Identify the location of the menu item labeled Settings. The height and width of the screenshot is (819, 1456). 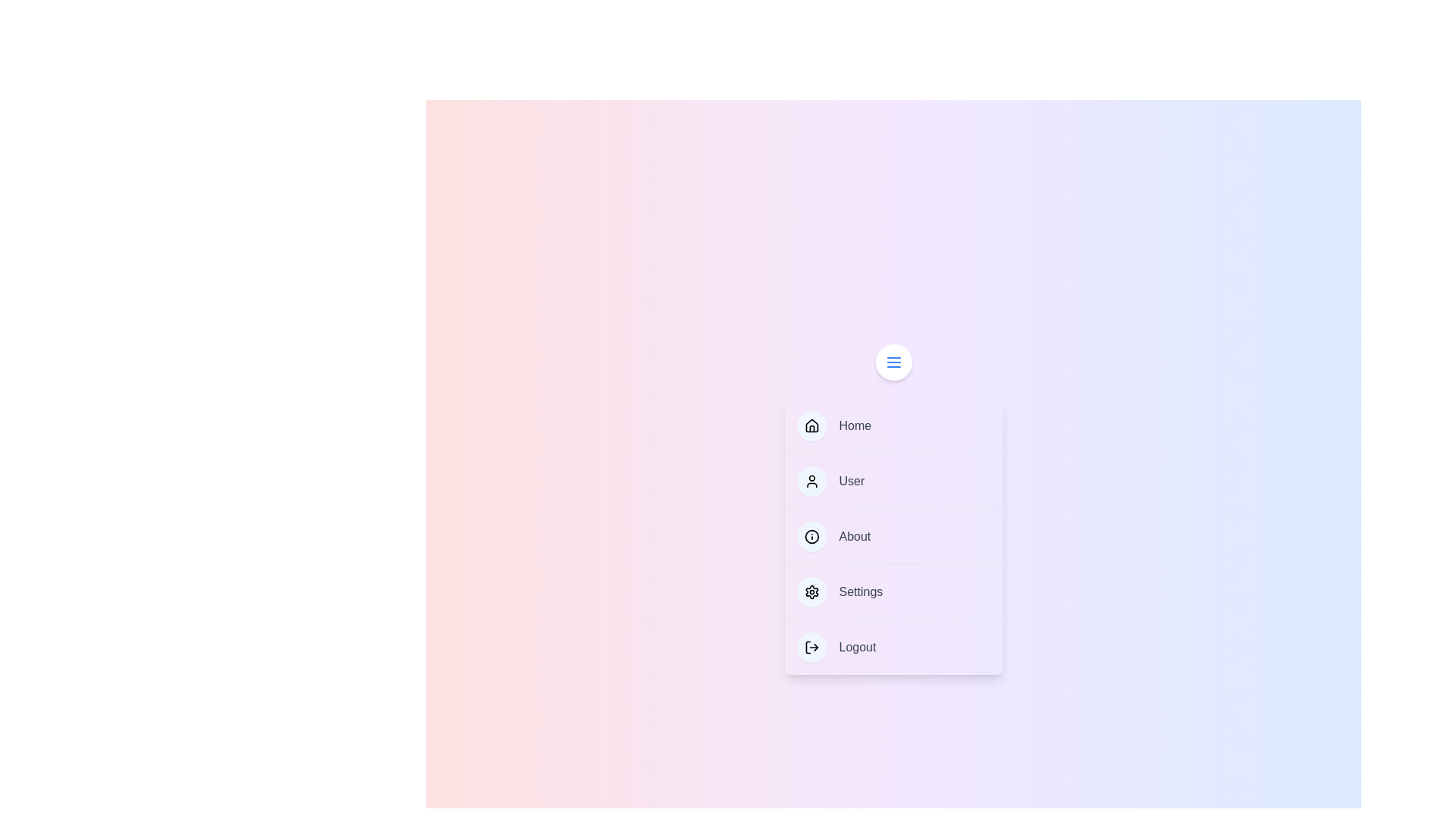
(893, 591).